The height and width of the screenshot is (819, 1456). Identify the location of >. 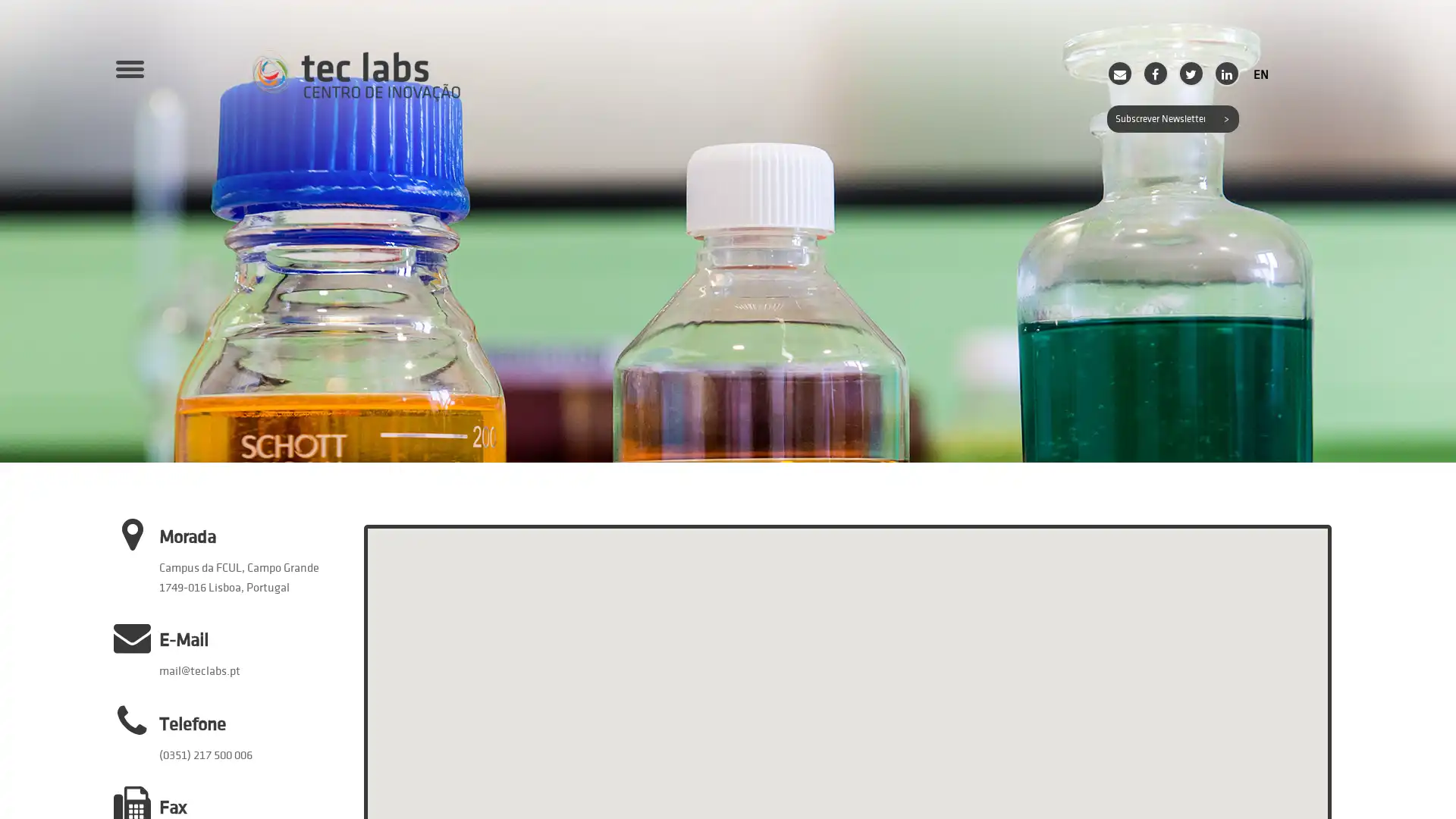
(1225, 118).